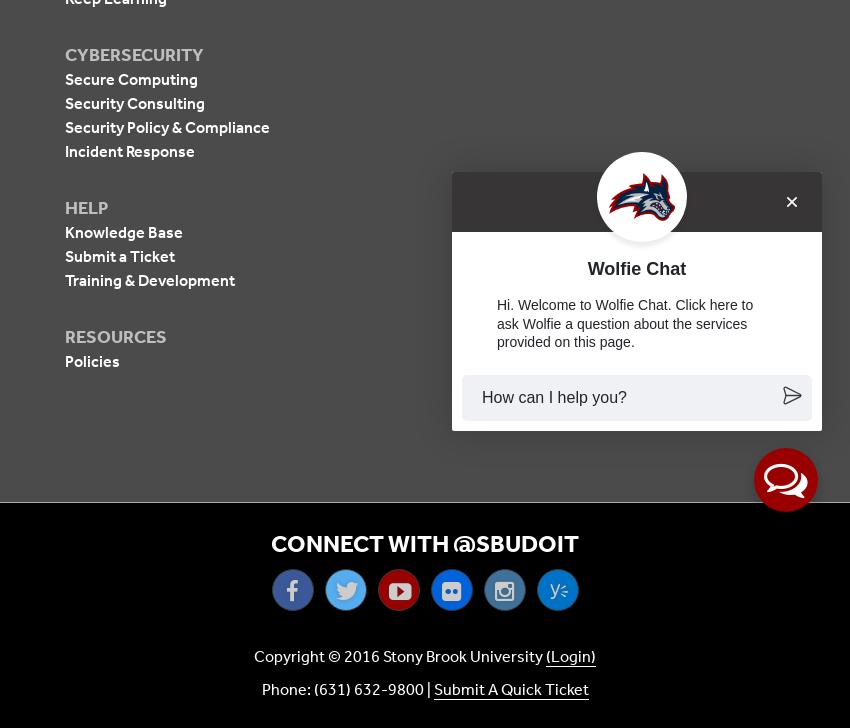 The width and height of the screenshot is (850, 728). What do you see at coordinates (510, 689) in the screenshot?
I see `'Submit A Quick Ticket'` at bounding box center [510, 689].